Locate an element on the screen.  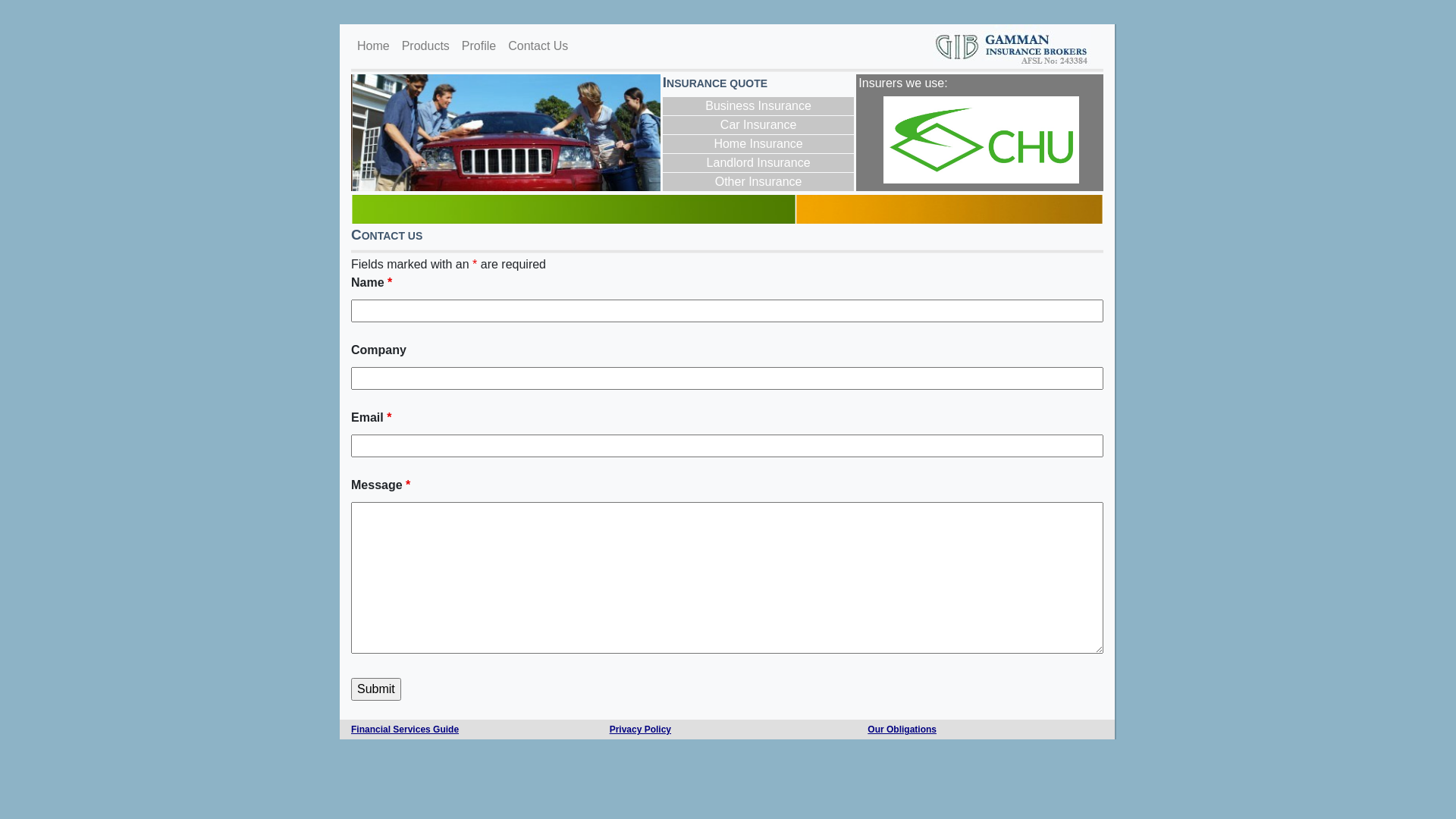
'Home' is located at coordinates (373, 45).